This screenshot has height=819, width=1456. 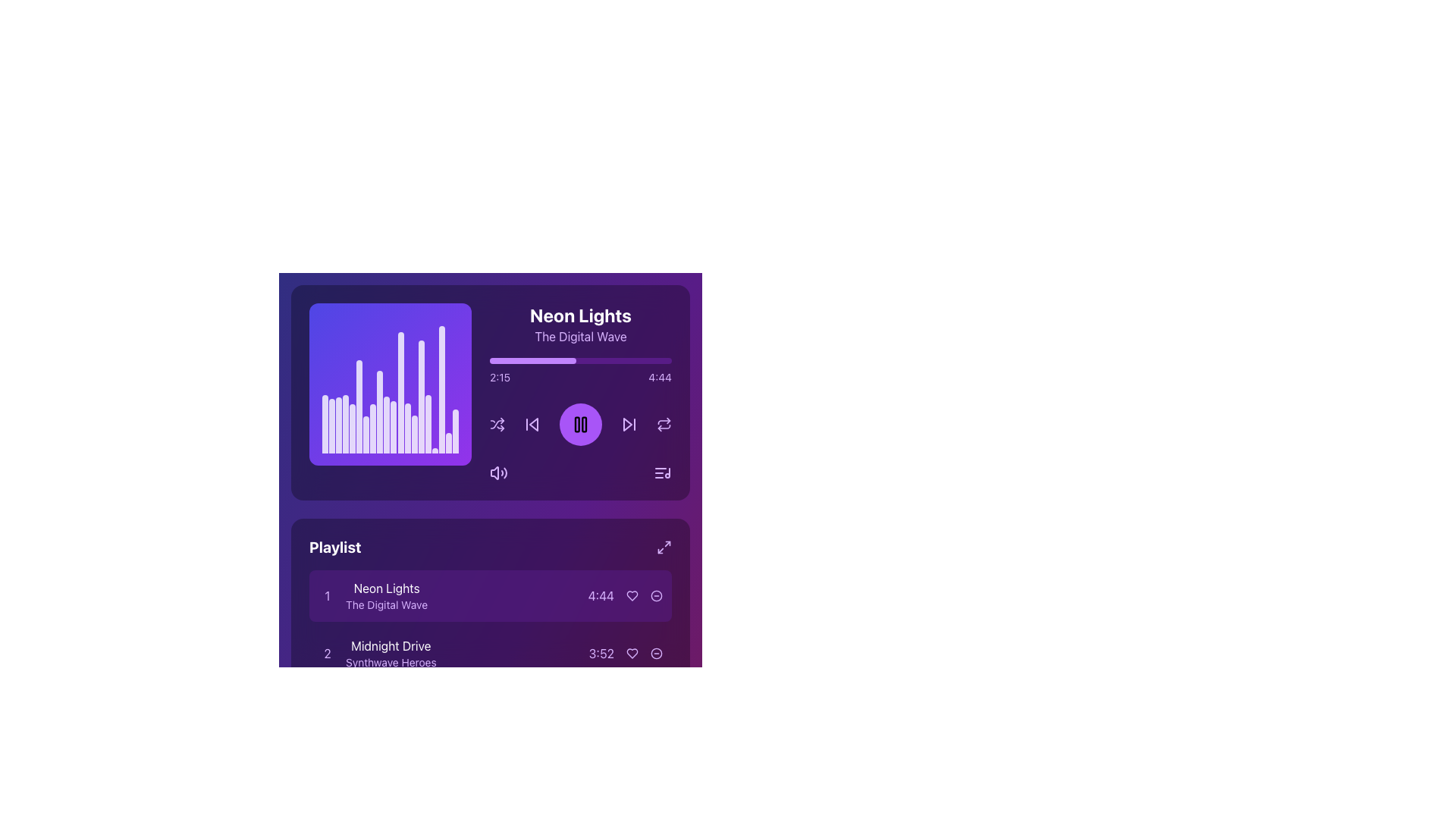 I want to click on the text label that serves as a sub-label or subtitle for 'Neon Lights', indicating further information about the song or item being displayed, so click(x=580, y=335).